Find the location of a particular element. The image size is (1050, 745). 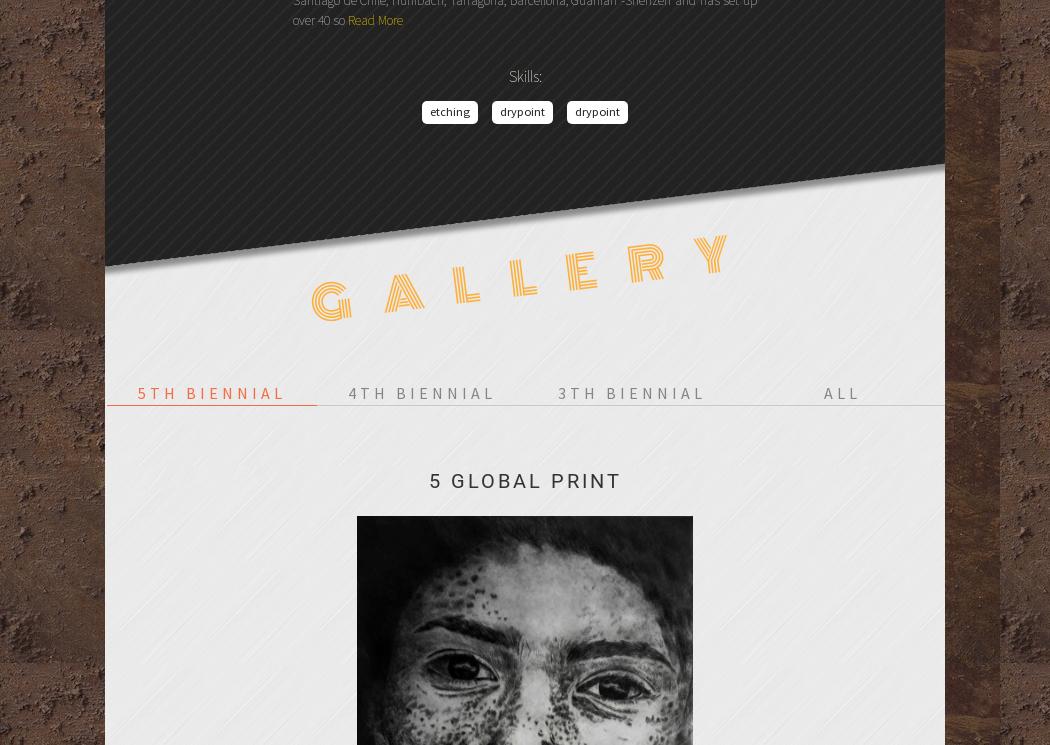

'Skills:' is located at coordinates (523, 75).